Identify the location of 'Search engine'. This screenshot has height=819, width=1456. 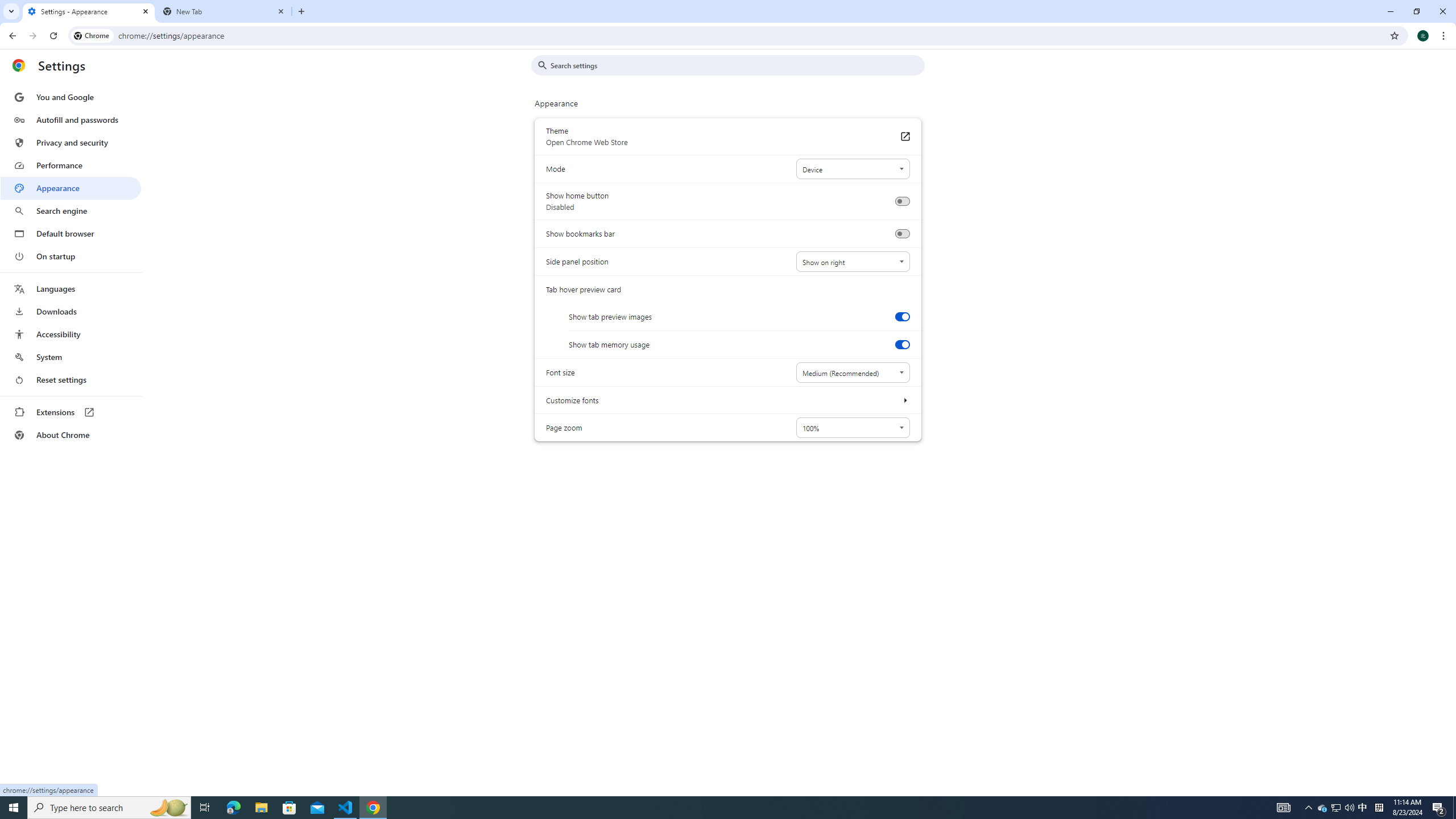
(70, 211).